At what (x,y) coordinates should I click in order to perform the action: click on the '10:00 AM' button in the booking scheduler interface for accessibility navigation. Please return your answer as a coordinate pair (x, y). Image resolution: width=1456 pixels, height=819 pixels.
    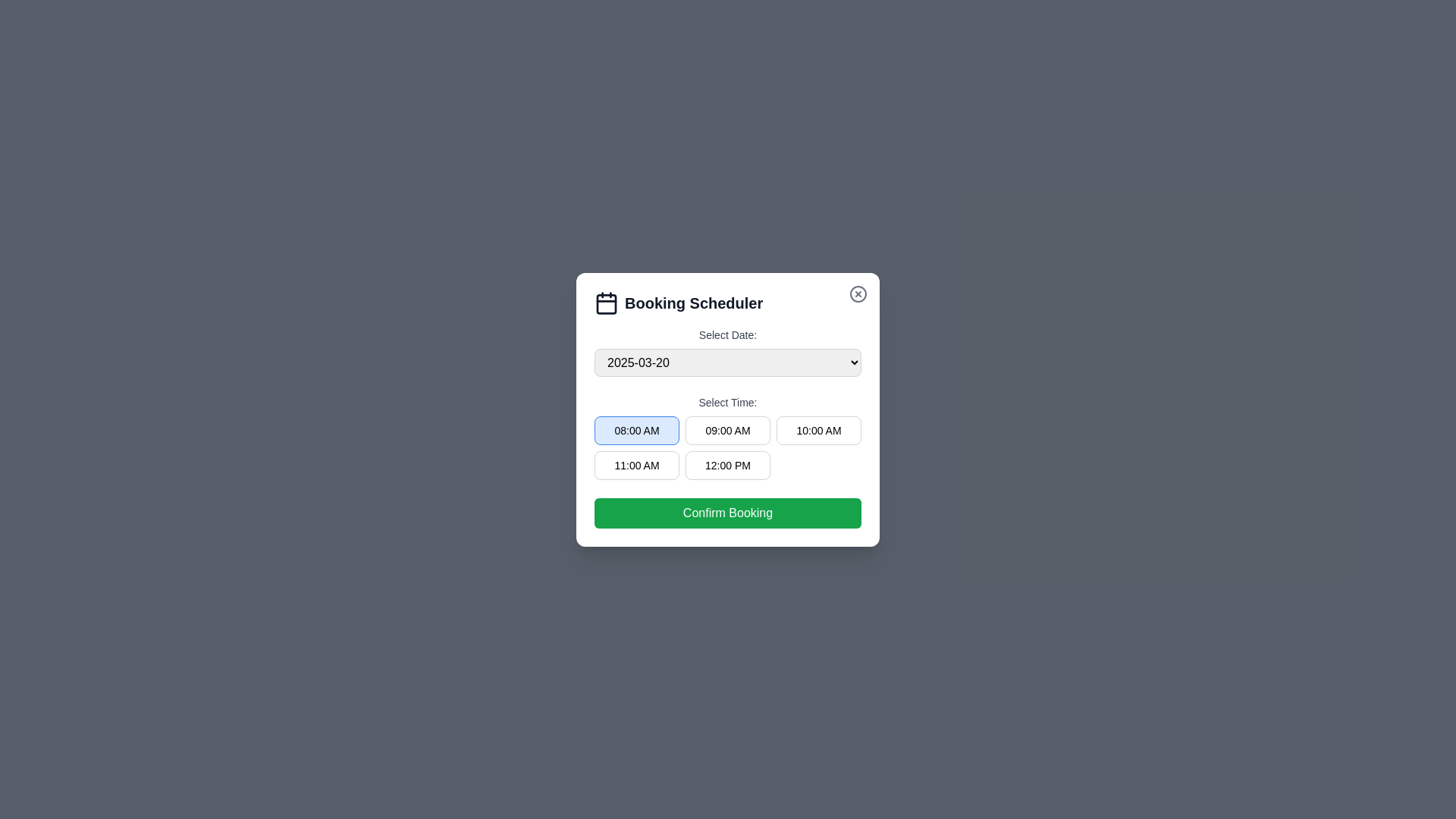
    Looking at the image, I should click on (818, 430).